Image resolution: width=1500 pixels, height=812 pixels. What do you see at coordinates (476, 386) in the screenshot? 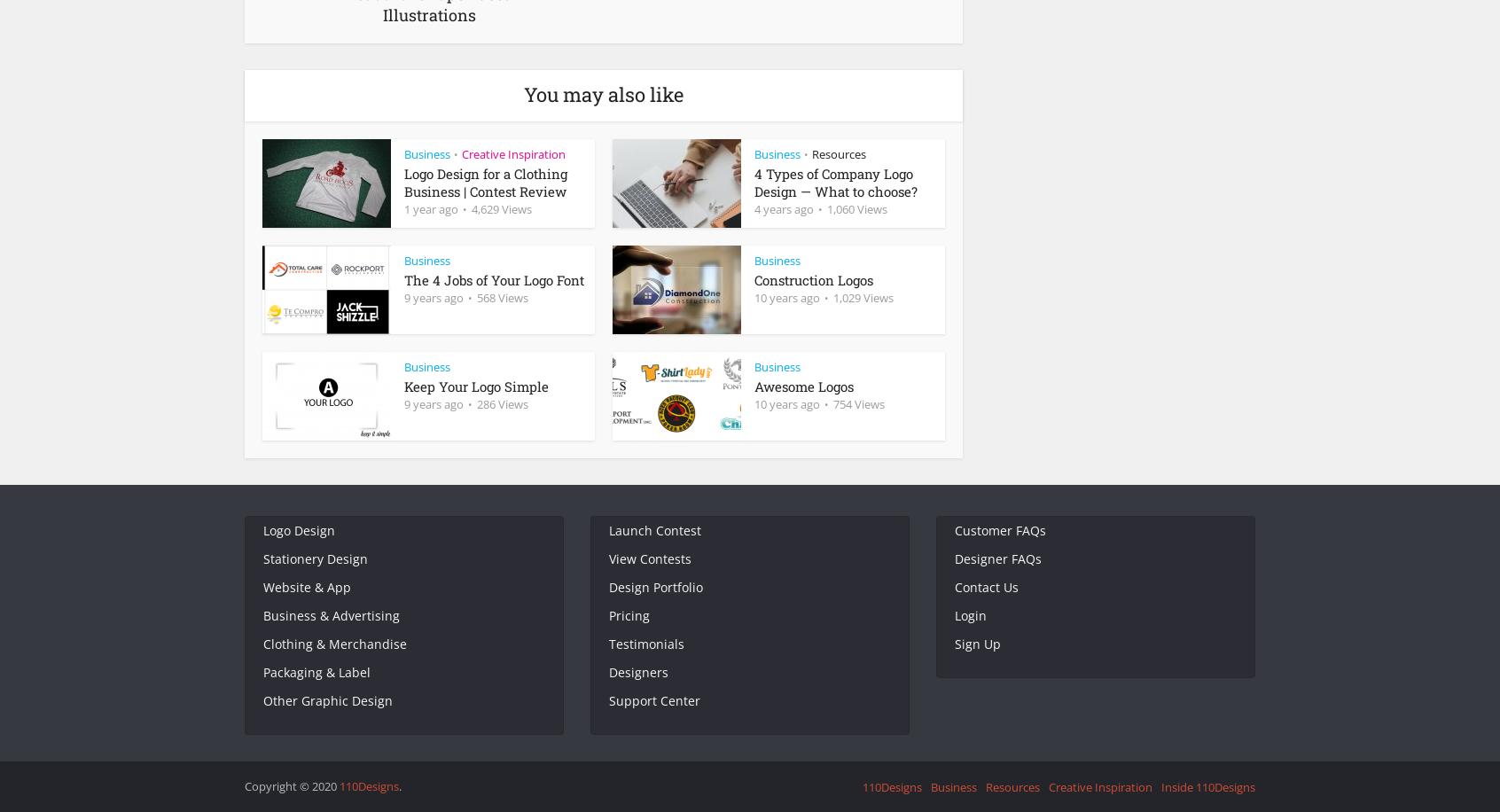
I see `'Keep Your Logo Simple'` at bounding box center [476, 386].